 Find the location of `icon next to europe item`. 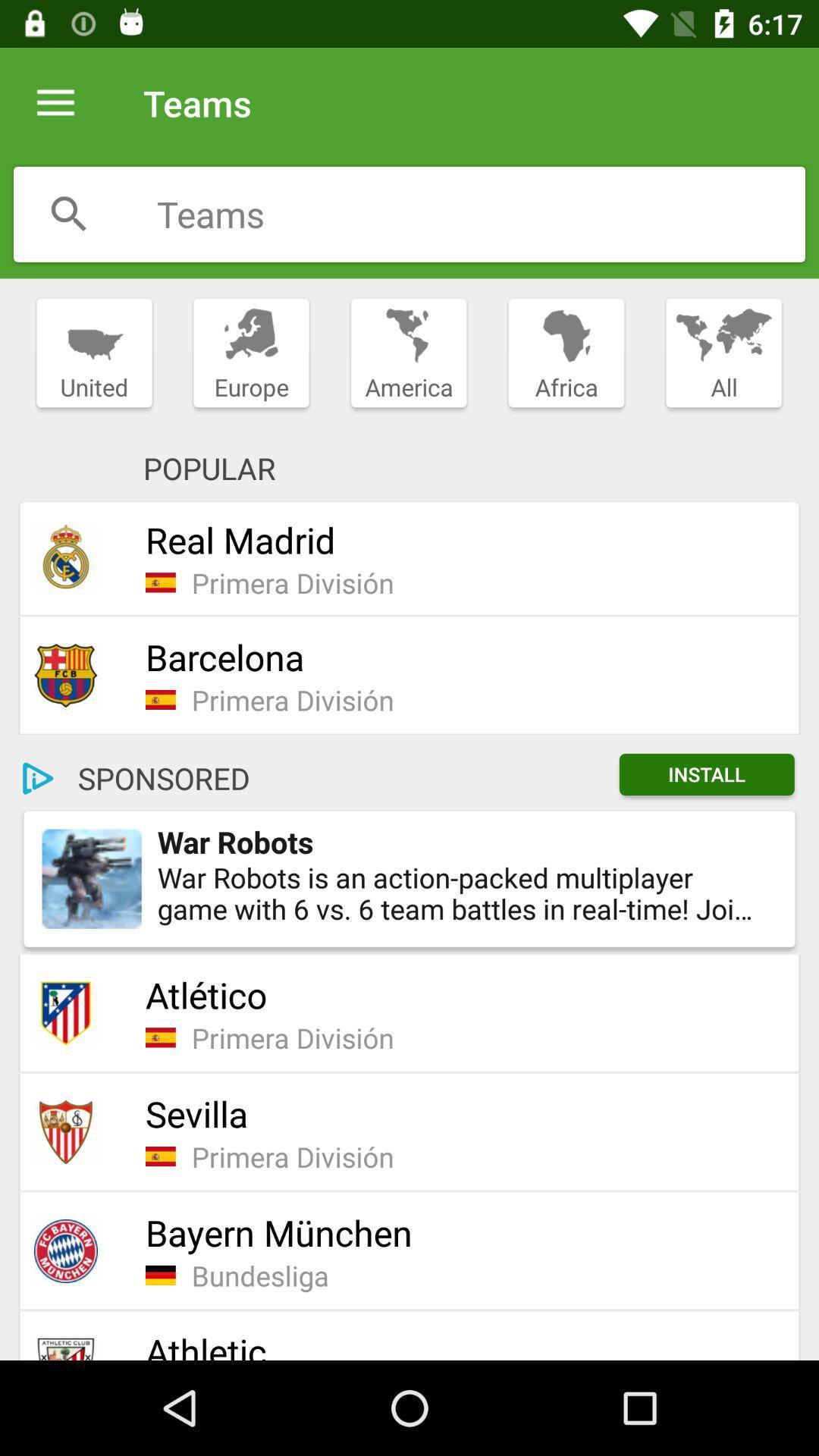

icon next to europe item is located at coordinates (408, 353).